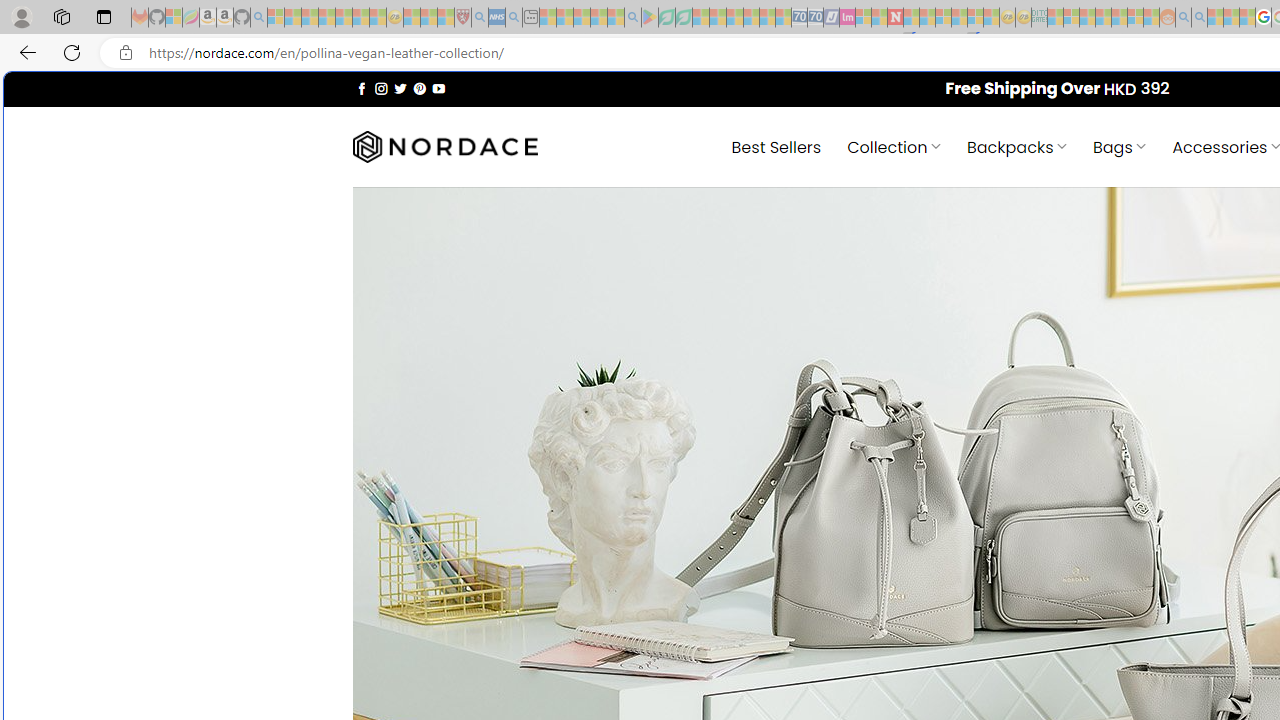  I want to click on 'Follow on YouTube', so click(438, 87).